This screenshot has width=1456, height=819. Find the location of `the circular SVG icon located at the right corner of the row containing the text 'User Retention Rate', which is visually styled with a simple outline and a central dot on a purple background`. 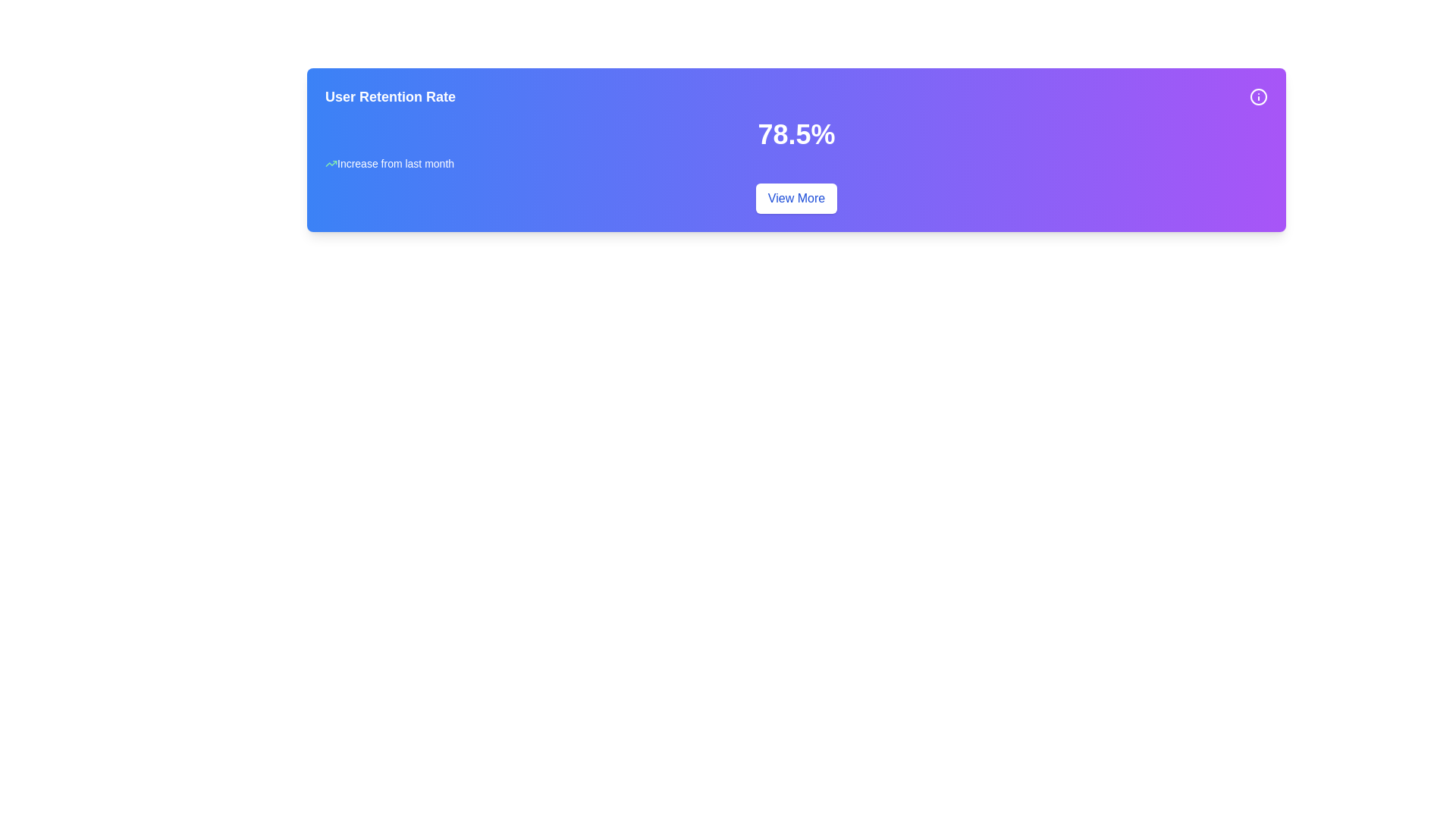

the circular SVG icon located at the right corner of the row containing the text 'User Retention Rate', which is visually styled with a simple outline and a central dot on a purple background is located at coordinates (1259, 96).